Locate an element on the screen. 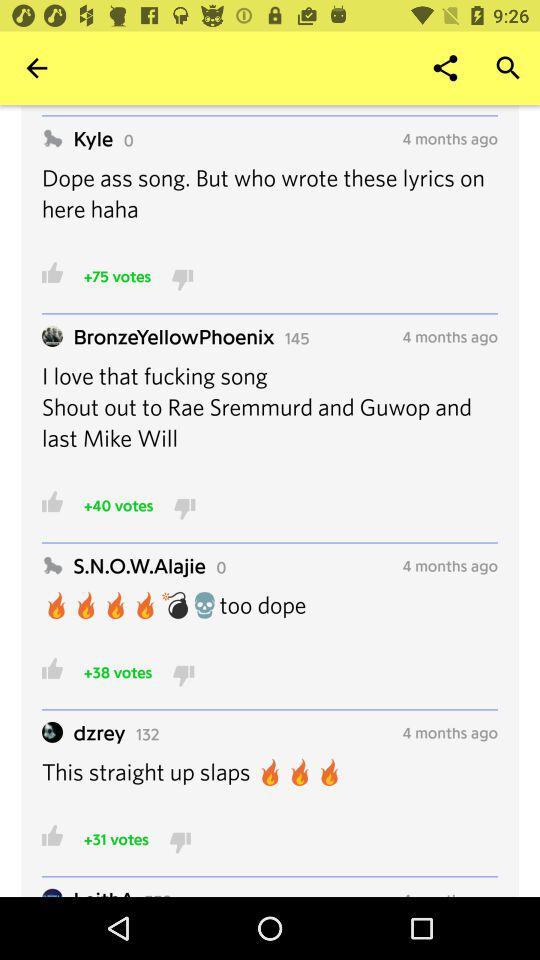 The width and height of the screenshot is (540, 960). the dope ass song item is located at coordinates (270, 206).